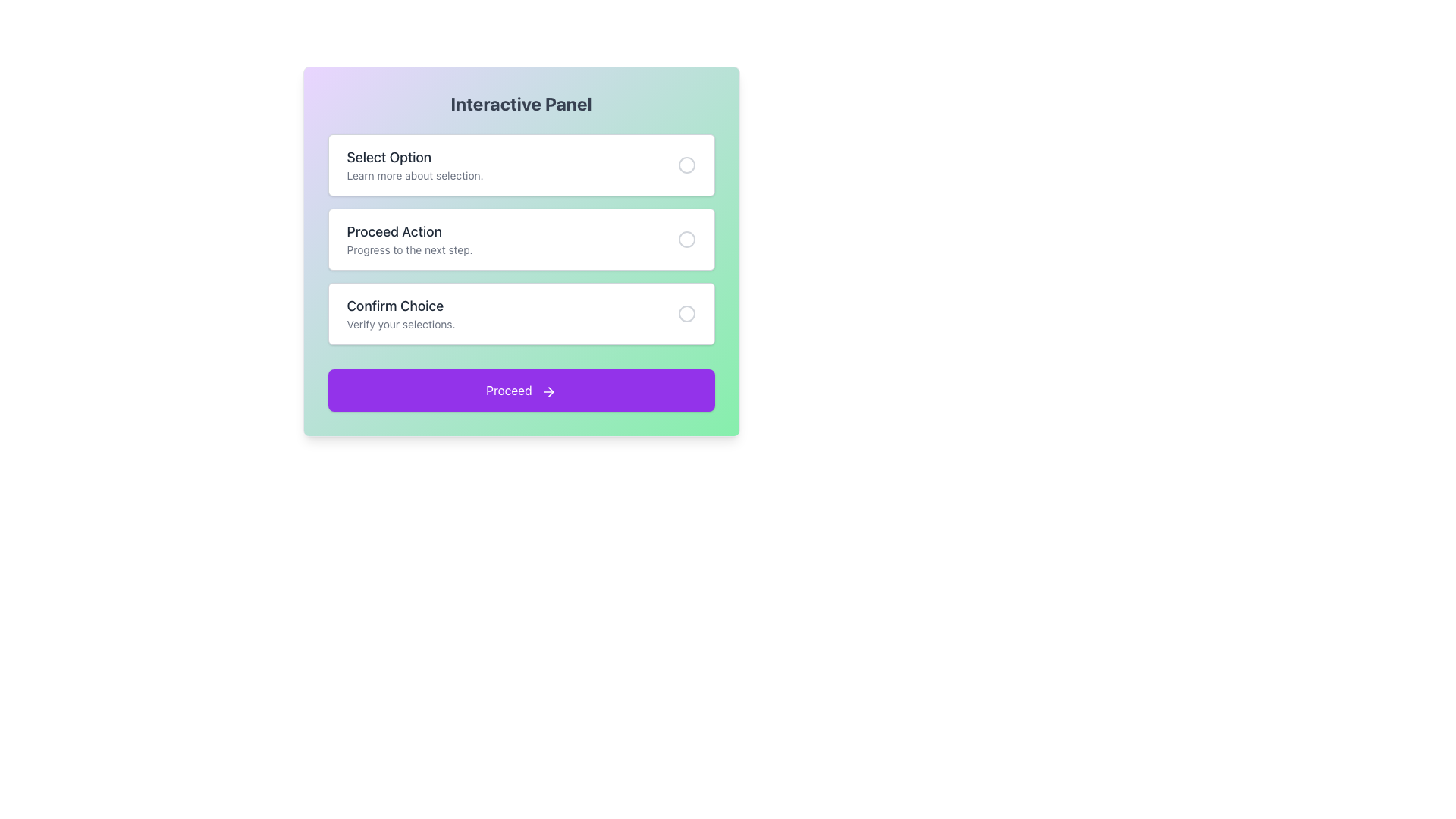 This screenshot has width=1456, height=819. Describe the element at coordinates (550, 391) in the screenshot. I see `the arrow icon indicating forward movement located to the immediate right of the 'Proceed' text within the purple action button at the bottom of the interactive panel` at that location.